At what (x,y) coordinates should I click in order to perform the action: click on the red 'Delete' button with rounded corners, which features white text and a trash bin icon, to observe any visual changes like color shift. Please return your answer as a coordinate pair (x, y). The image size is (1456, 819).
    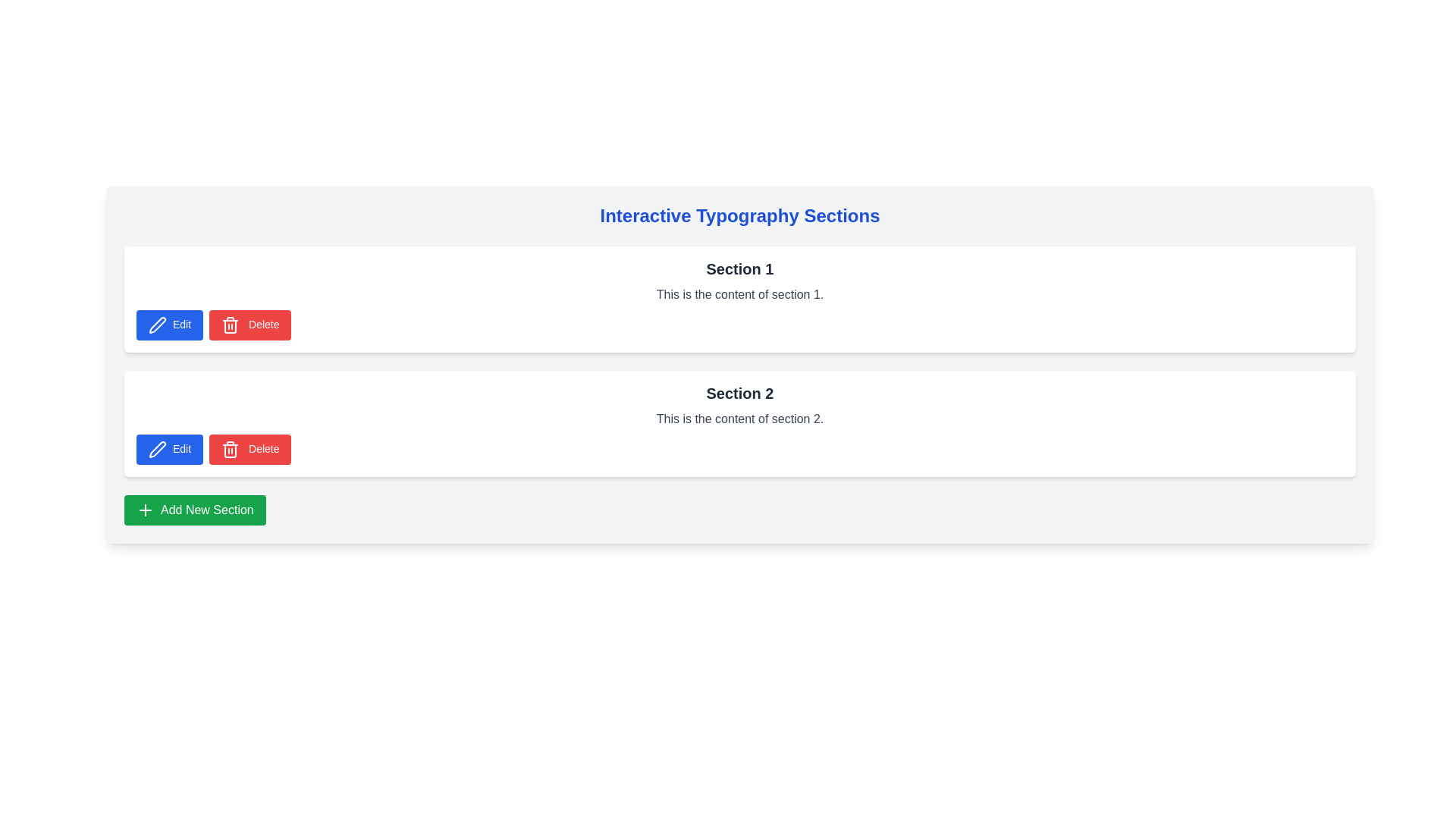
    Looking at the image, I should click on (250, 324).